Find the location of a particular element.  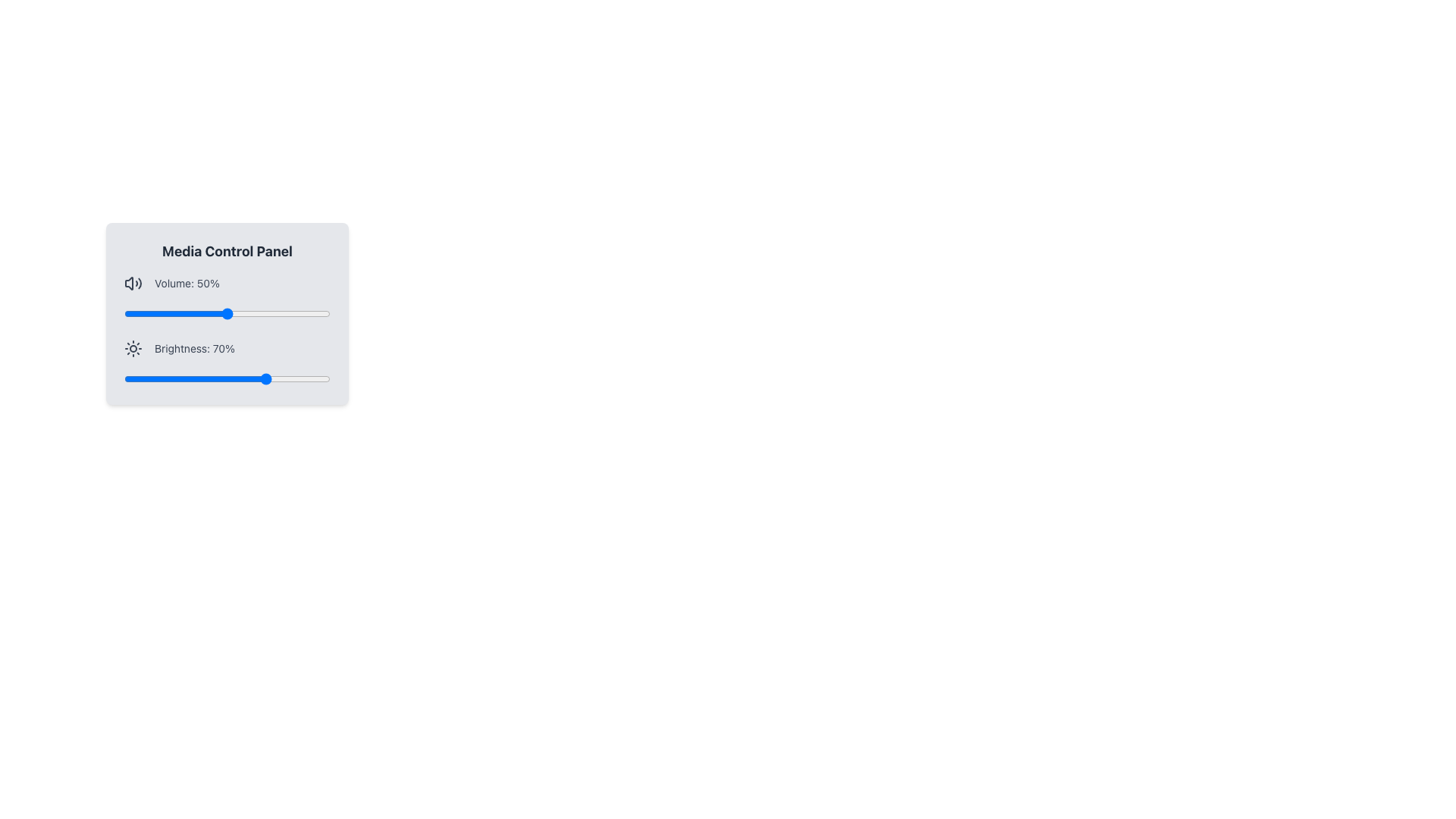

the sliders in the settings section of the Media Control Panel to adjust volume and brightness levels is located at coordinates (226, 329).